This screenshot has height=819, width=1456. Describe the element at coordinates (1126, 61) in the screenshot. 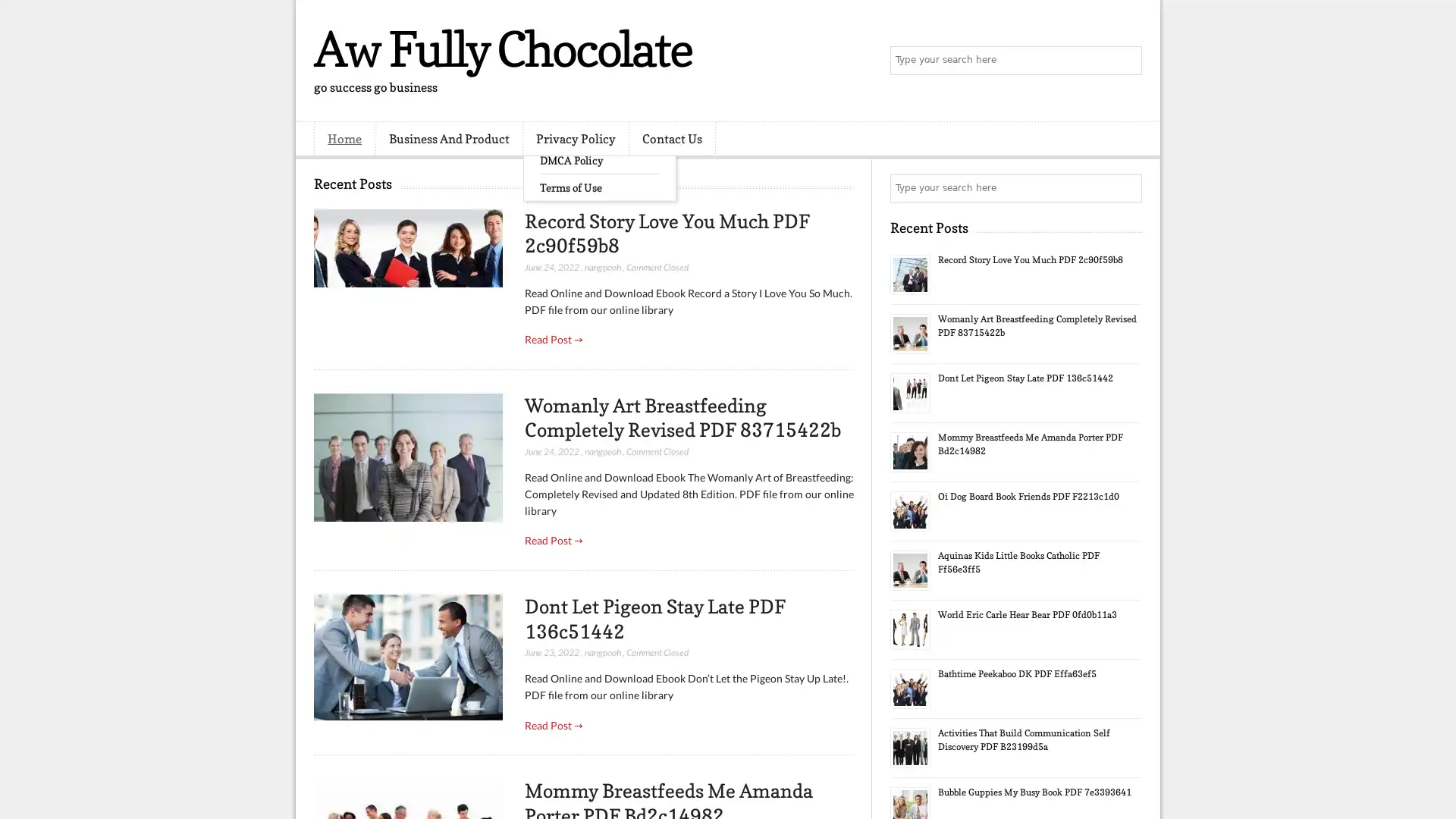

I see `Search` at that location.